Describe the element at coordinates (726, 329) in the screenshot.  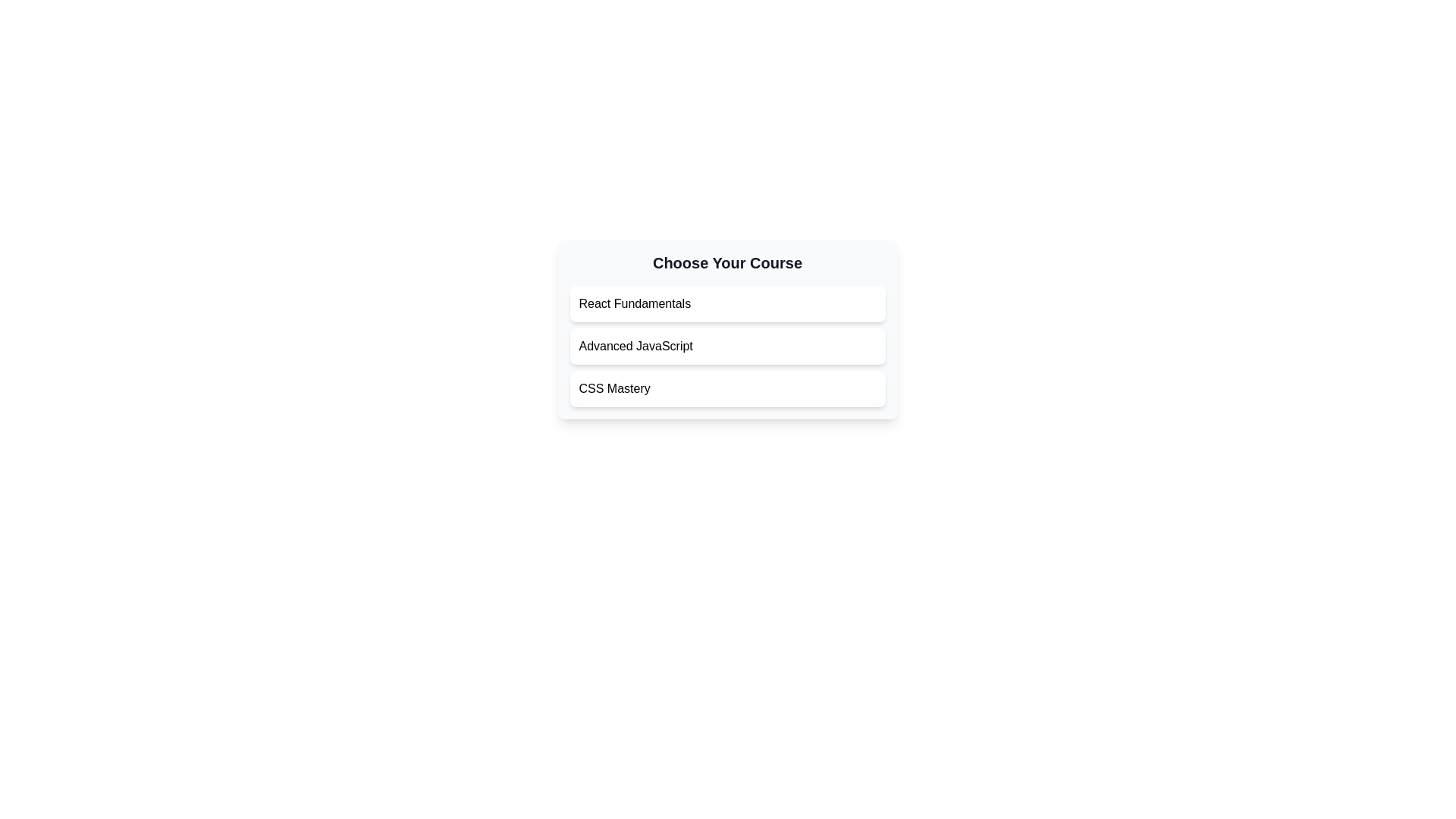
I see `the second button in the group of three horizontally-aligned, rounded, white buttons containing course options` at that location.